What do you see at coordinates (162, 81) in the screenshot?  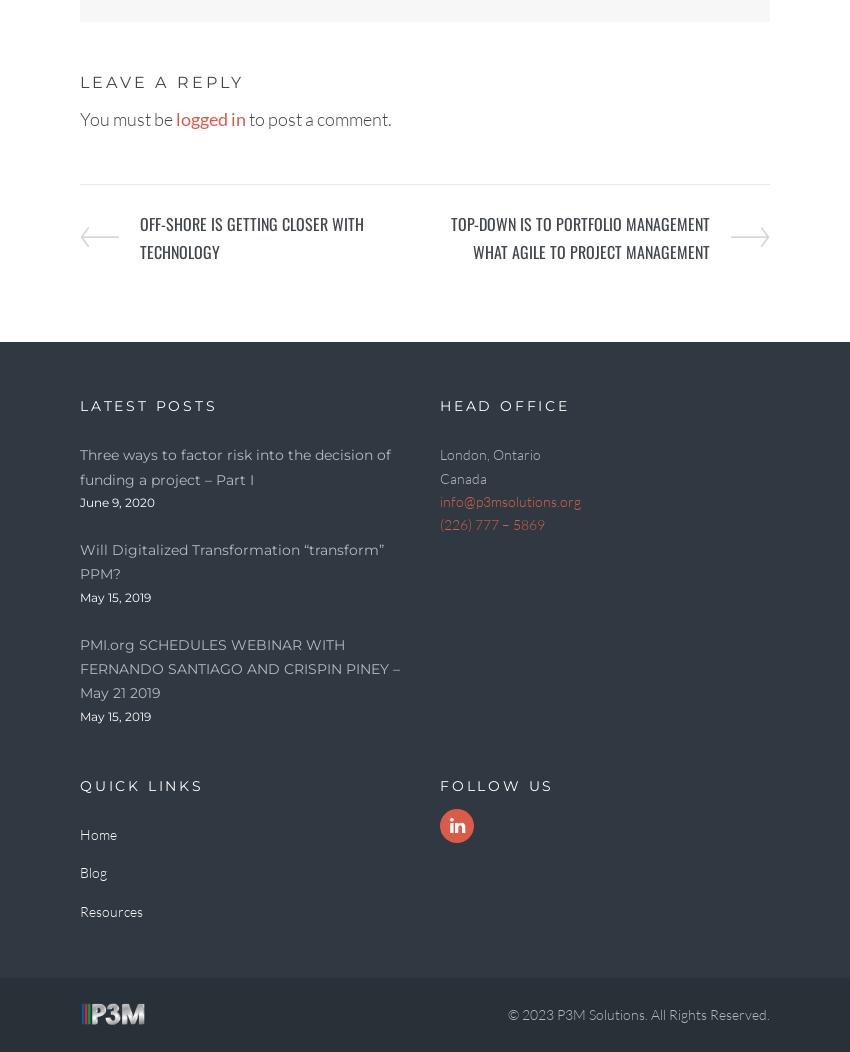 I see `'Leave a reply'` at bounding box center [162, 81].